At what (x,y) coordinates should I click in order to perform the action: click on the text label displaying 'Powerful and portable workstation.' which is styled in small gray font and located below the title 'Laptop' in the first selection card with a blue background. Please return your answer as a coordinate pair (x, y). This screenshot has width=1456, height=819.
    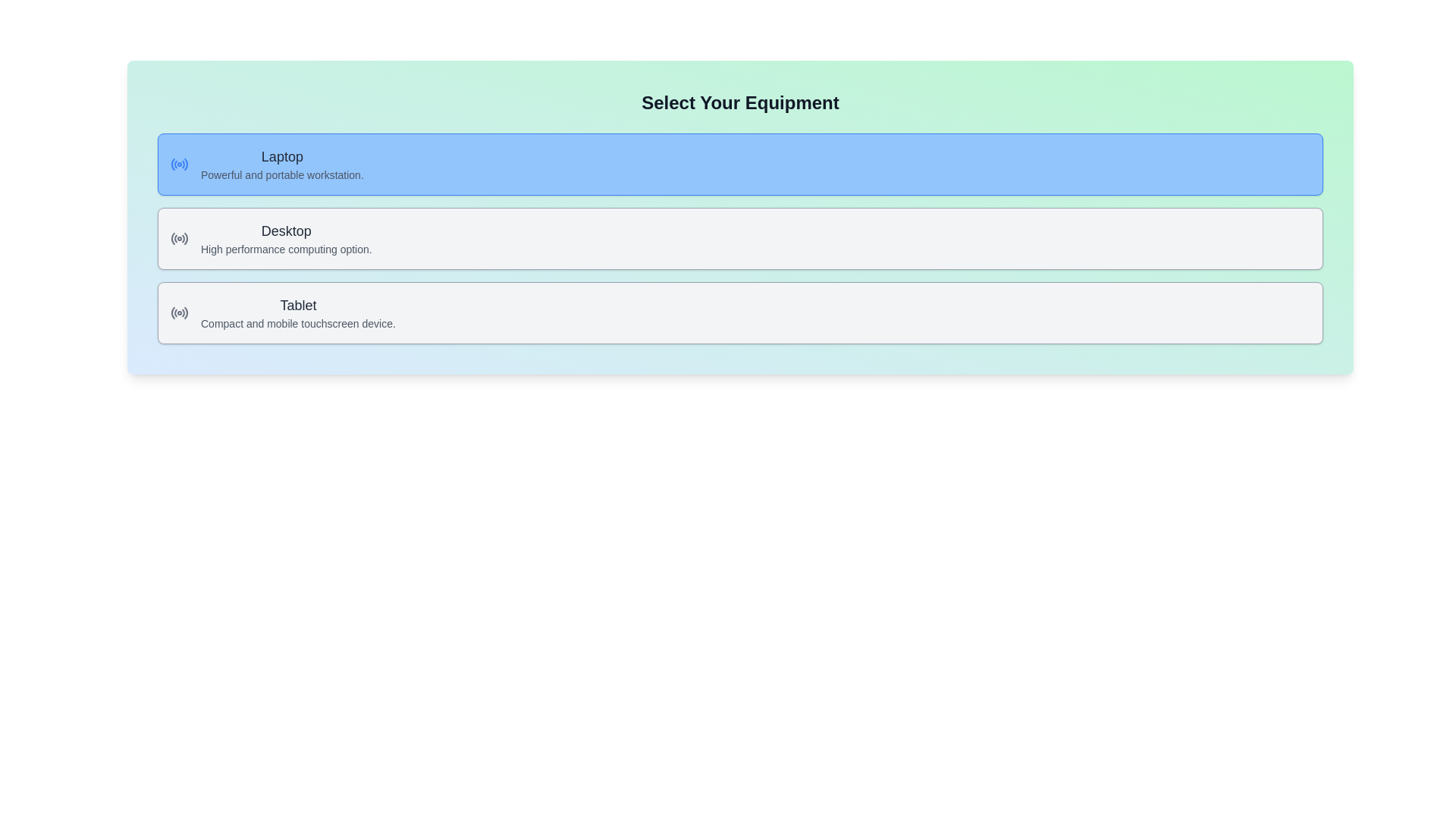
    Looking at the image, I should click on (282, 174).